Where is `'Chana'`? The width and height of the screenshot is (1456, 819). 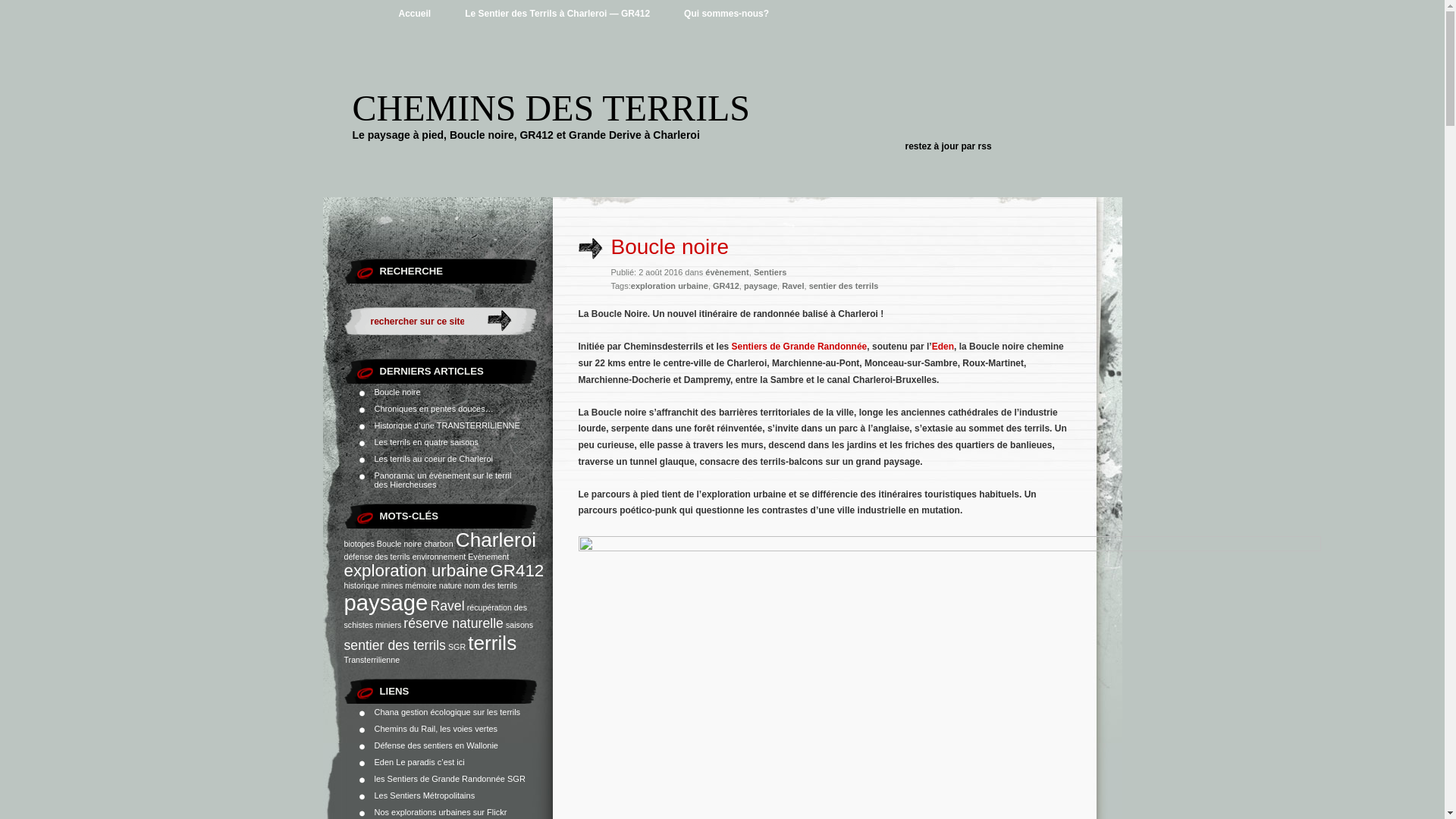
'Chana' is located at coordinates (375, 711).